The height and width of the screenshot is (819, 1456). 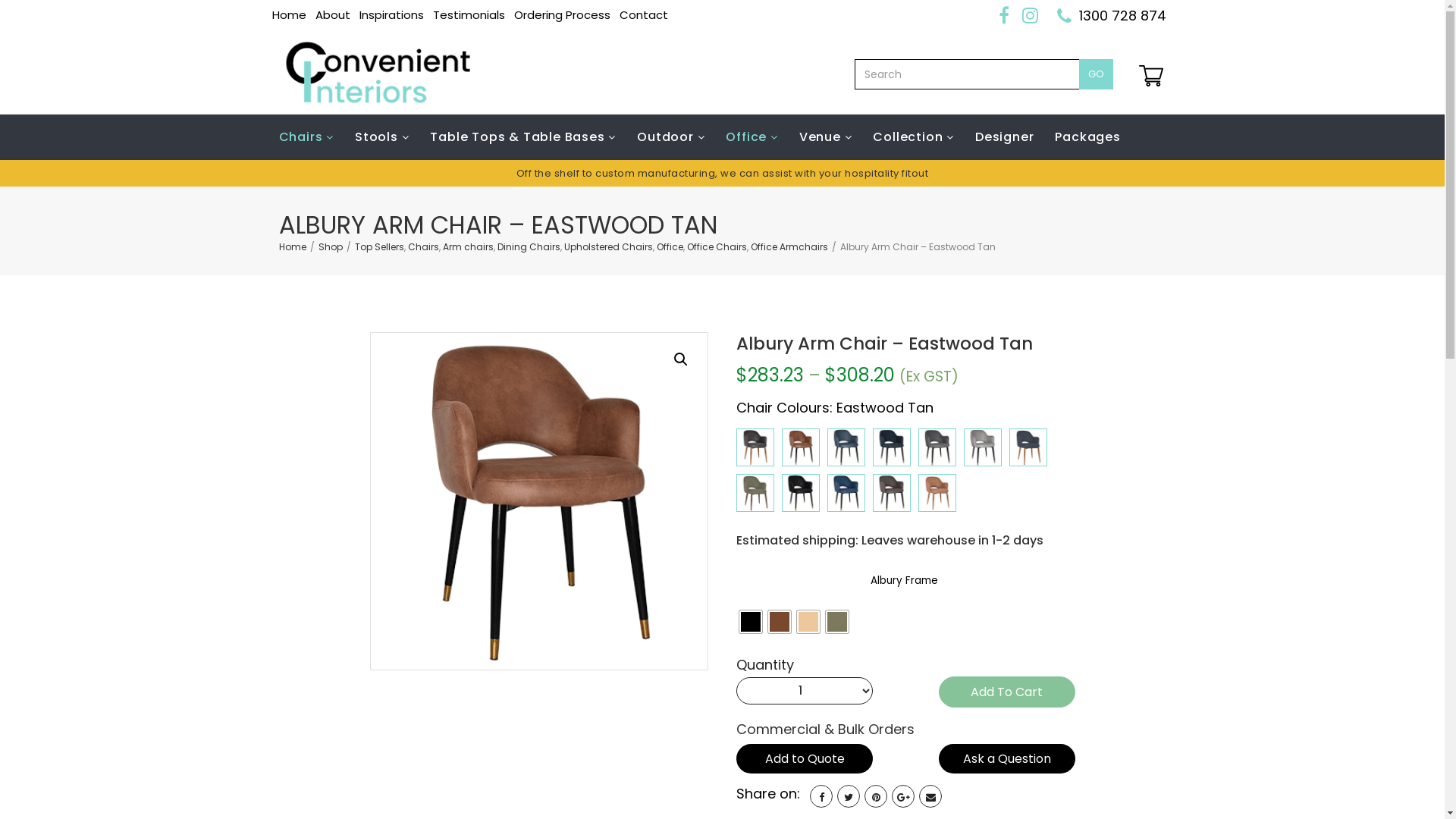 I want to click on 'About', so click(x=331, y=14).